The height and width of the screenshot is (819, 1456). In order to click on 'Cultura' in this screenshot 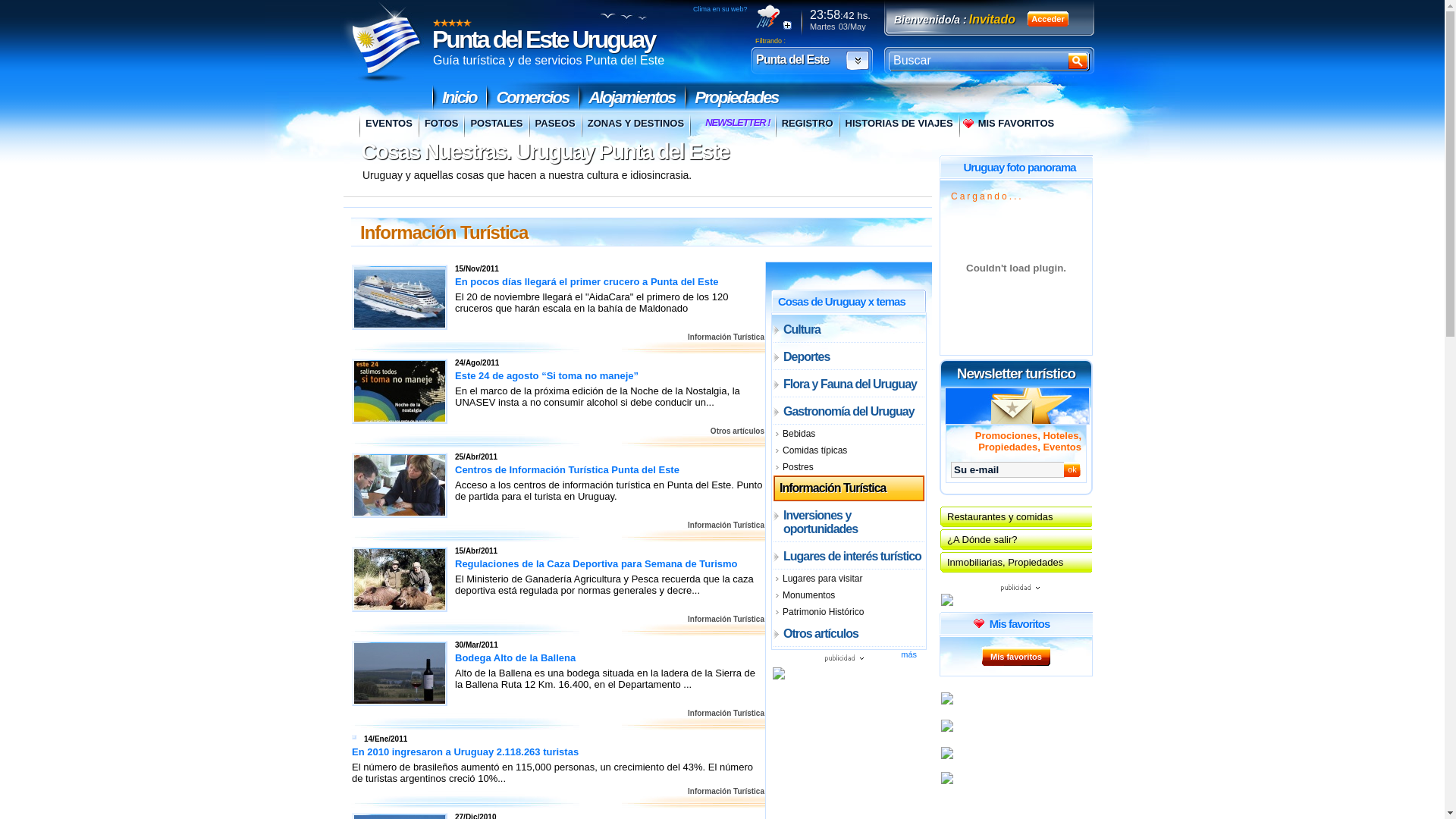, I will do `click(848, 328)`.